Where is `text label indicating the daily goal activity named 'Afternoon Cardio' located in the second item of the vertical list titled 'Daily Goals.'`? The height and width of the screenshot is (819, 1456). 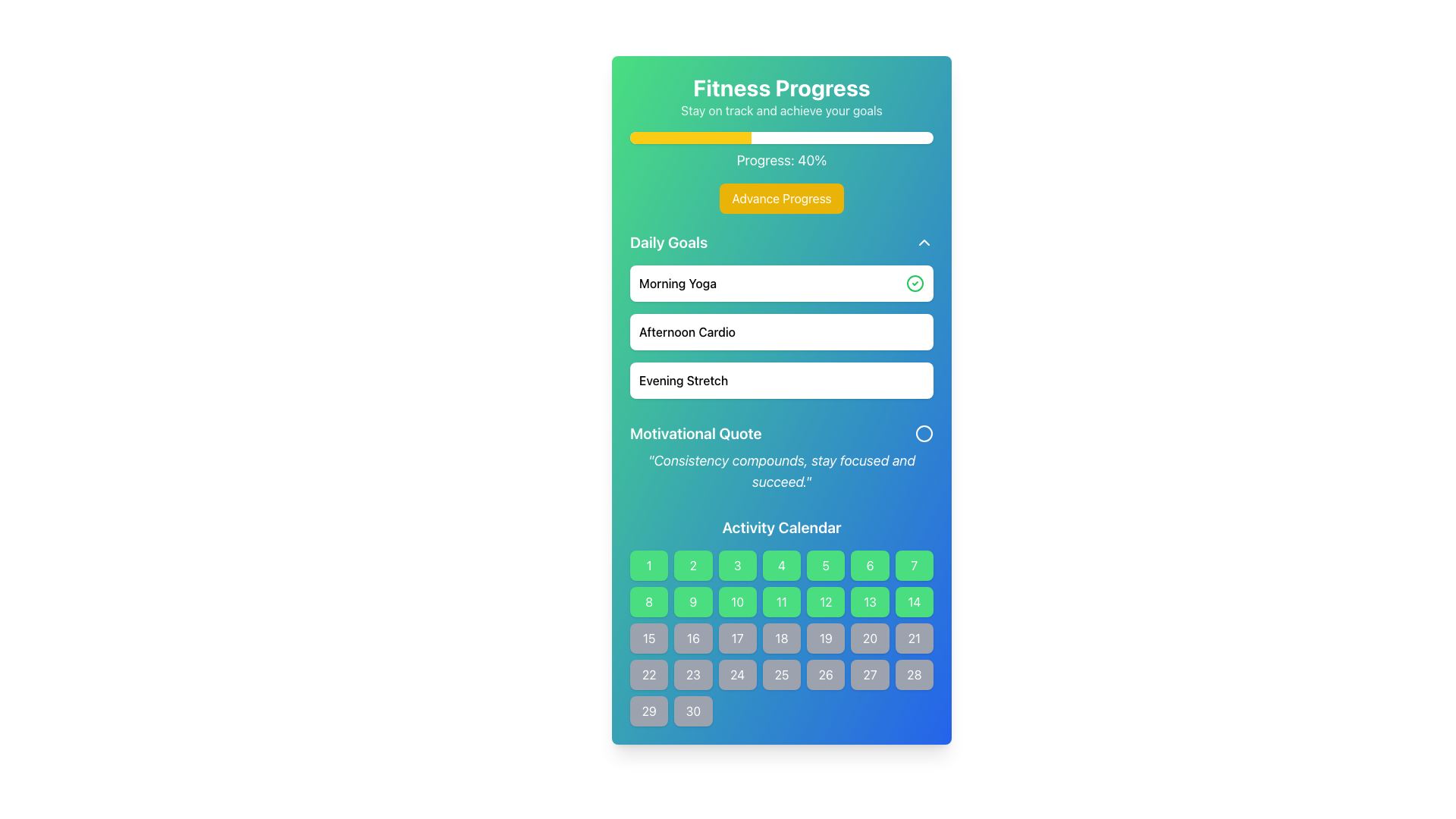
text label indicating the daily goal activity named 'Afternoon Cardio' located in the second item of the vertical list titled 'Daily Goals.' is located at coordinates (686, 331).